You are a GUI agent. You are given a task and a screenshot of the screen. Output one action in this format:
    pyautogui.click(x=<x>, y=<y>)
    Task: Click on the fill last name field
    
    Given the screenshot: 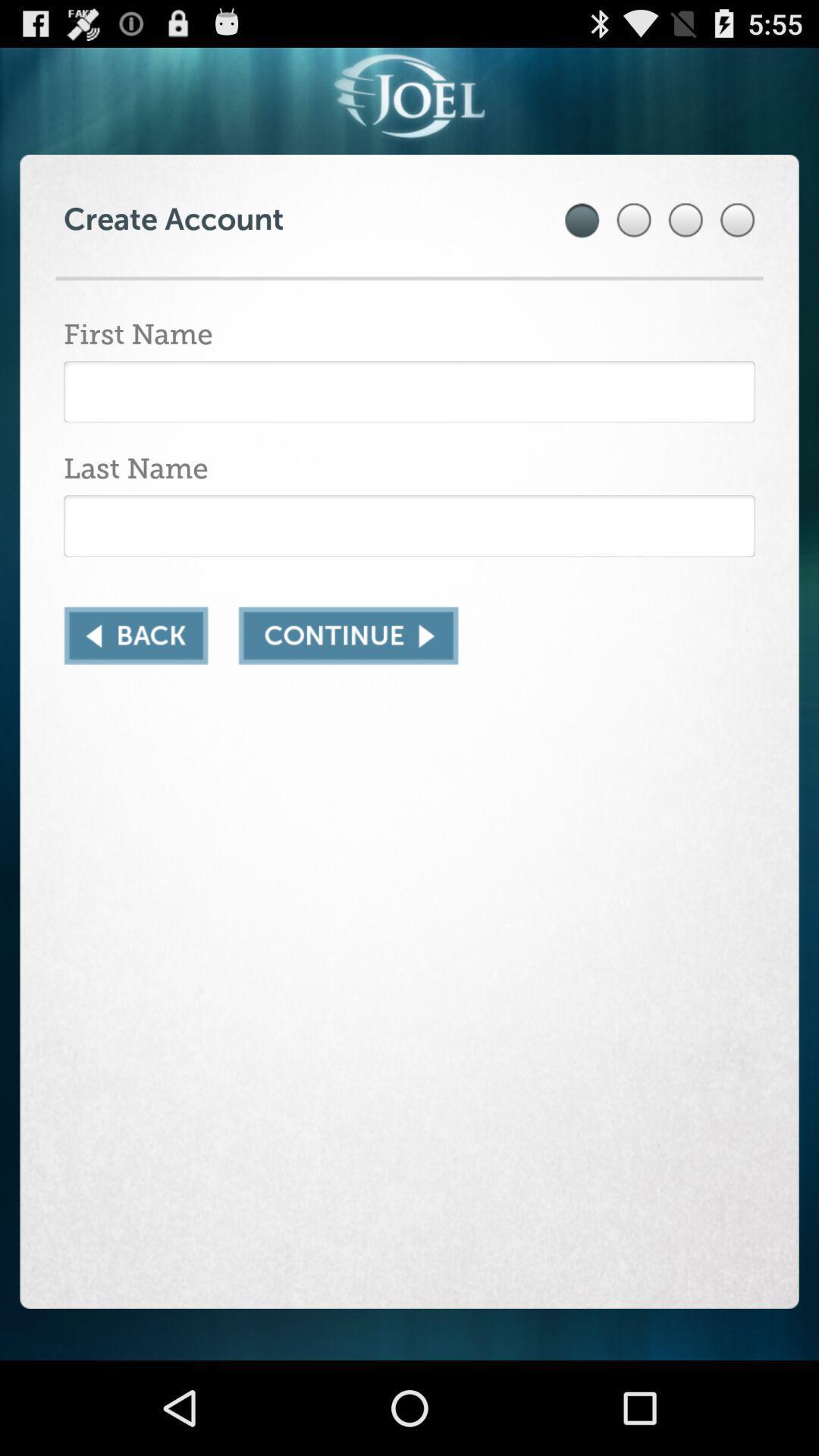 What is the action you would take?
    pyautogui.click(x=409, y=526)
    